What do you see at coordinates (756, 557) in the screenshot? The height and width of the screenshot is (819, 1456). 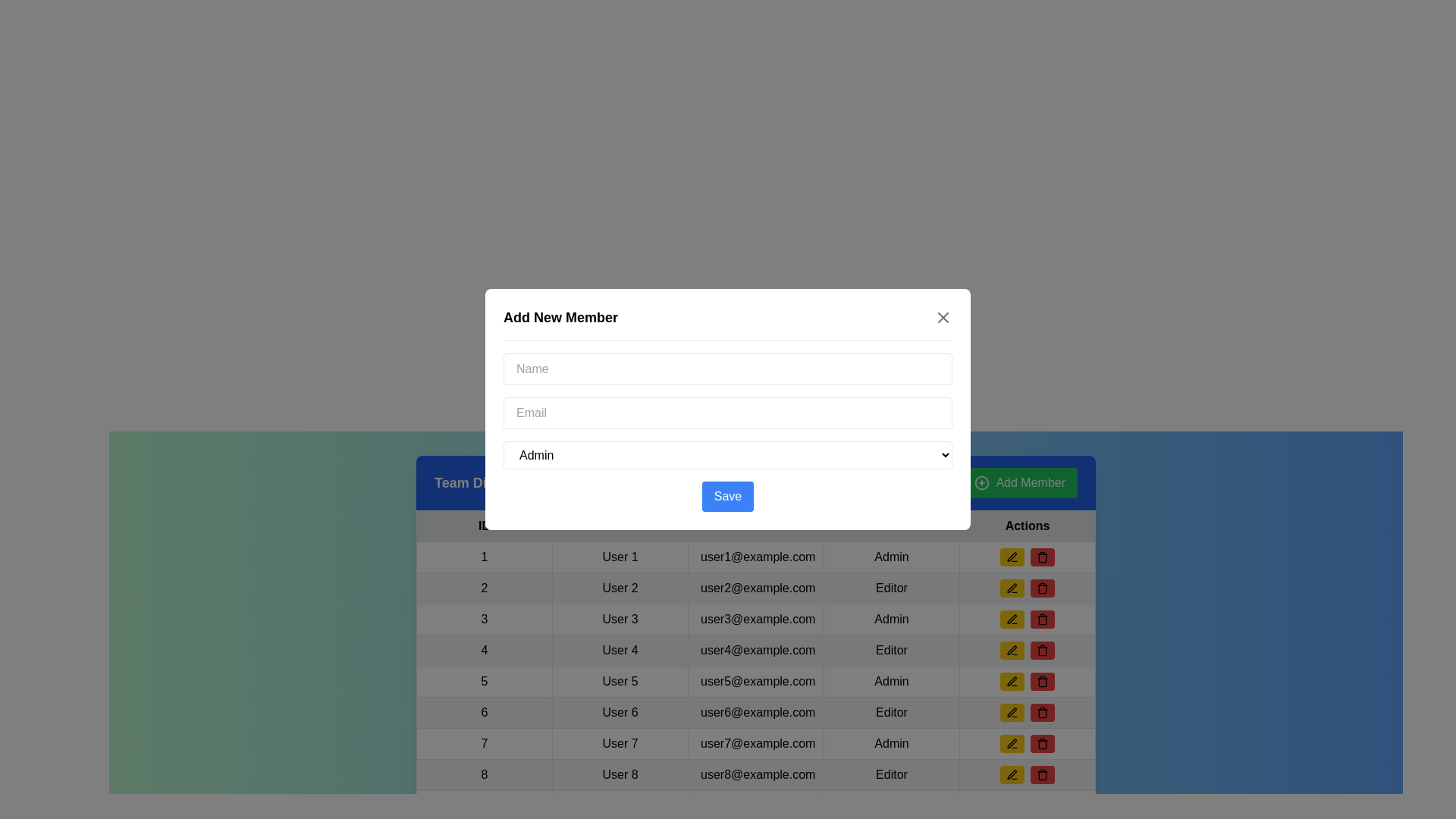 I see `the Text label displaying 'user1@example.com' located in the third column of the first data row of a table` at bounding box center [756, 557].